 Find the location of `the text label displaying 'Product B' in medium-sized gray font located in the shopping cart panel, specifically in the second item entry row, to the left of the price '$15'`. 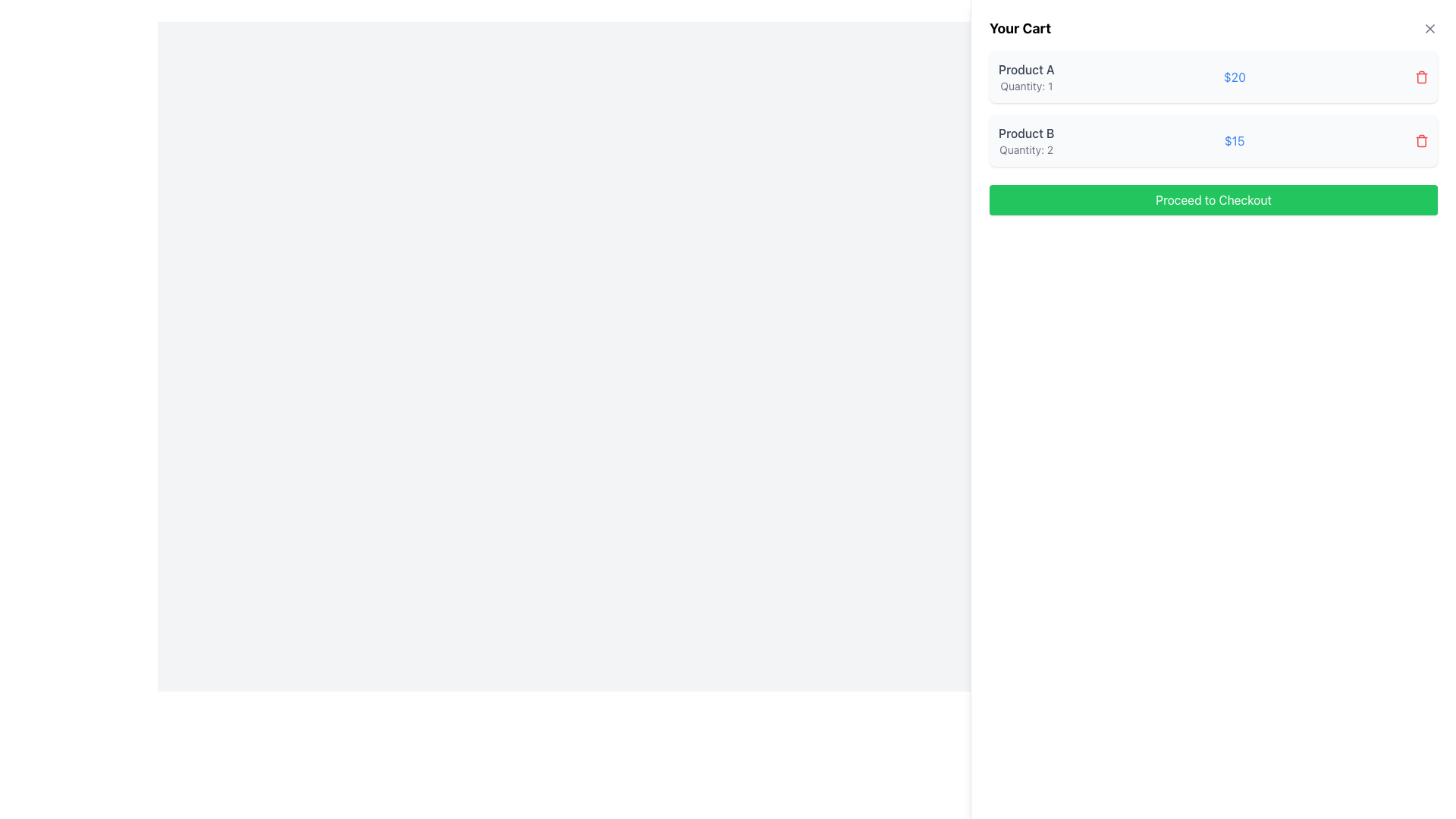

the text label displaying 'Product B' in medium-sized gray font located in the shopping cart panel, specifically in the second item entry row, to the left of the price '$15' is located at coordinates (1026, 133).